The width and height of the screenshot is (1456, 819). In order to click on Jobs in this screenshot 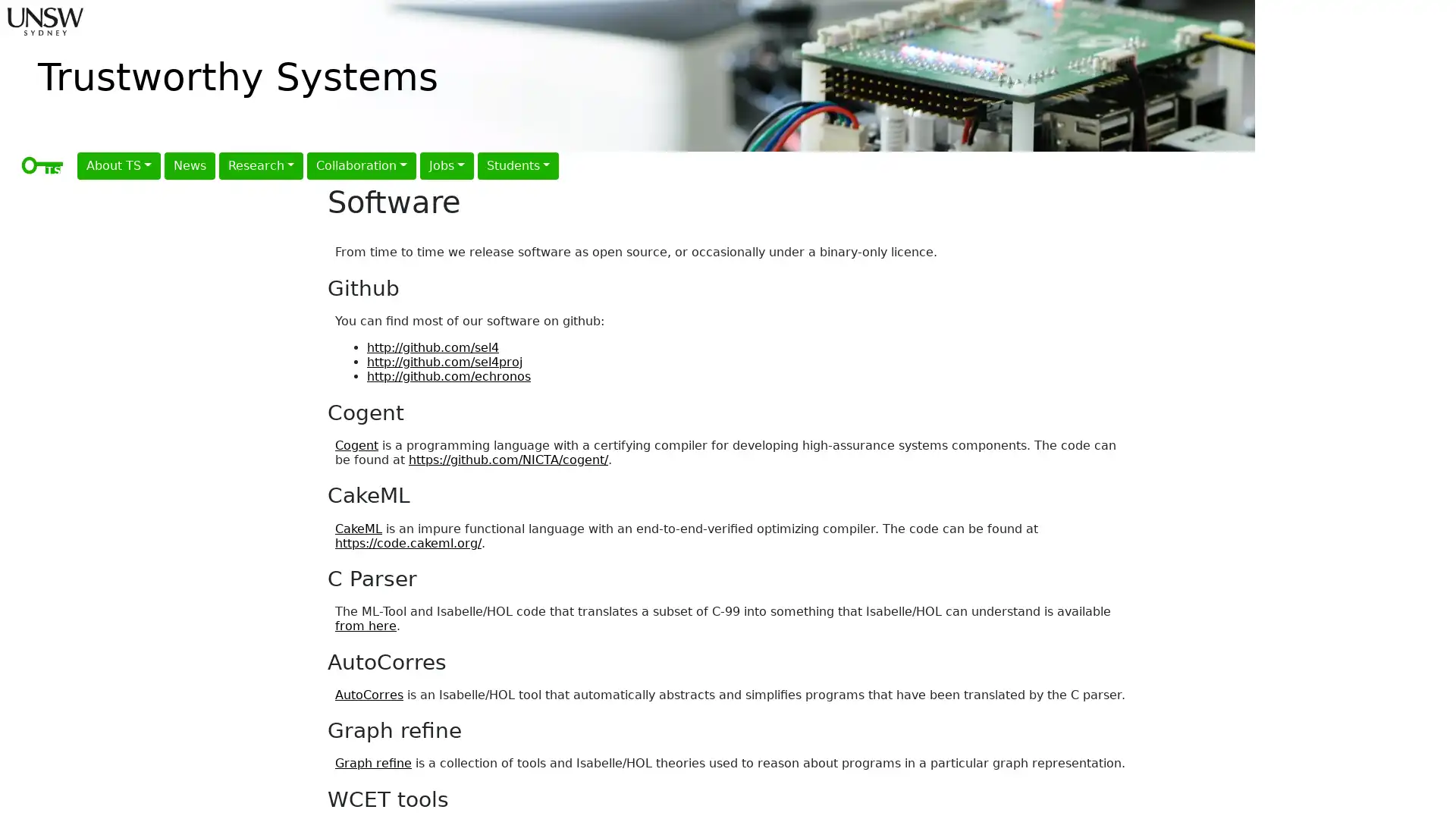, I will do `click(446, 165)`.